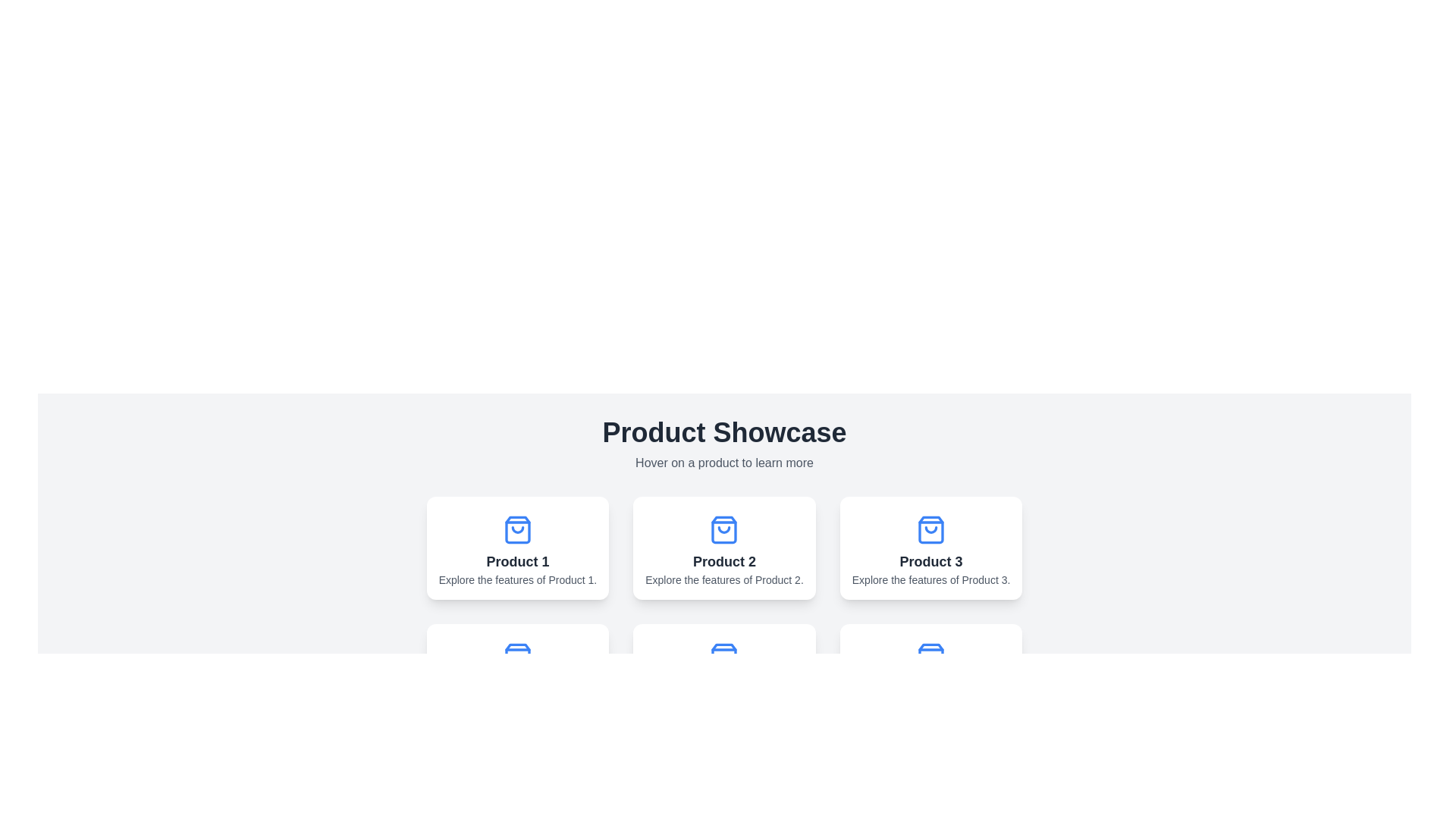  What do you see at coordinates (723, 529) in the screenshot?
I see `the shopping bag handle element located in the center of the blue shopping bag icon within the card titled 'Product 2' on the second row of cards in the 'Product Showcase' section` at bounding box center [723, 529].